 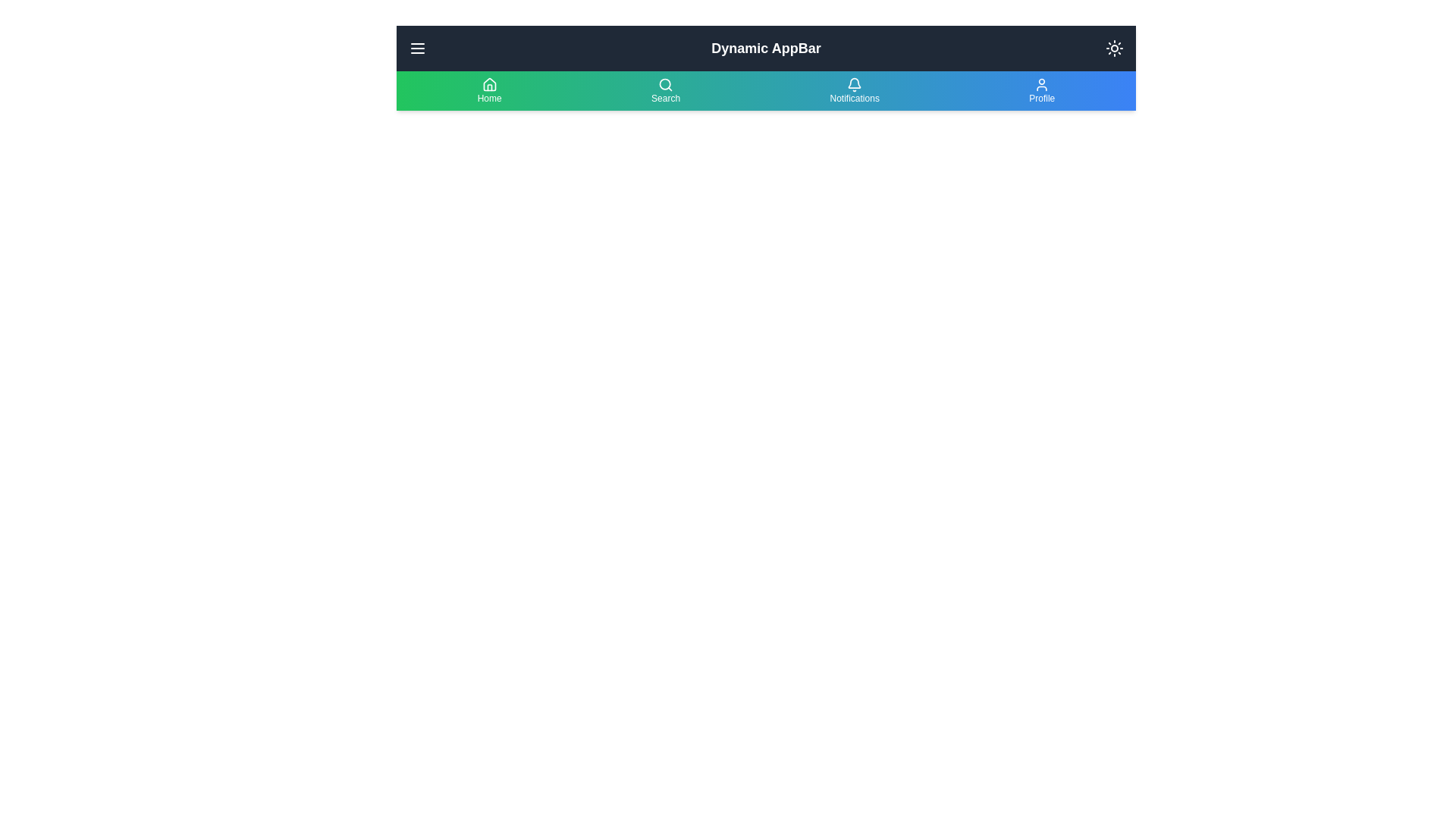 I want to click on the navigation item labeled Profile in the DynamicAppBar, so click(x=1040, y=90).